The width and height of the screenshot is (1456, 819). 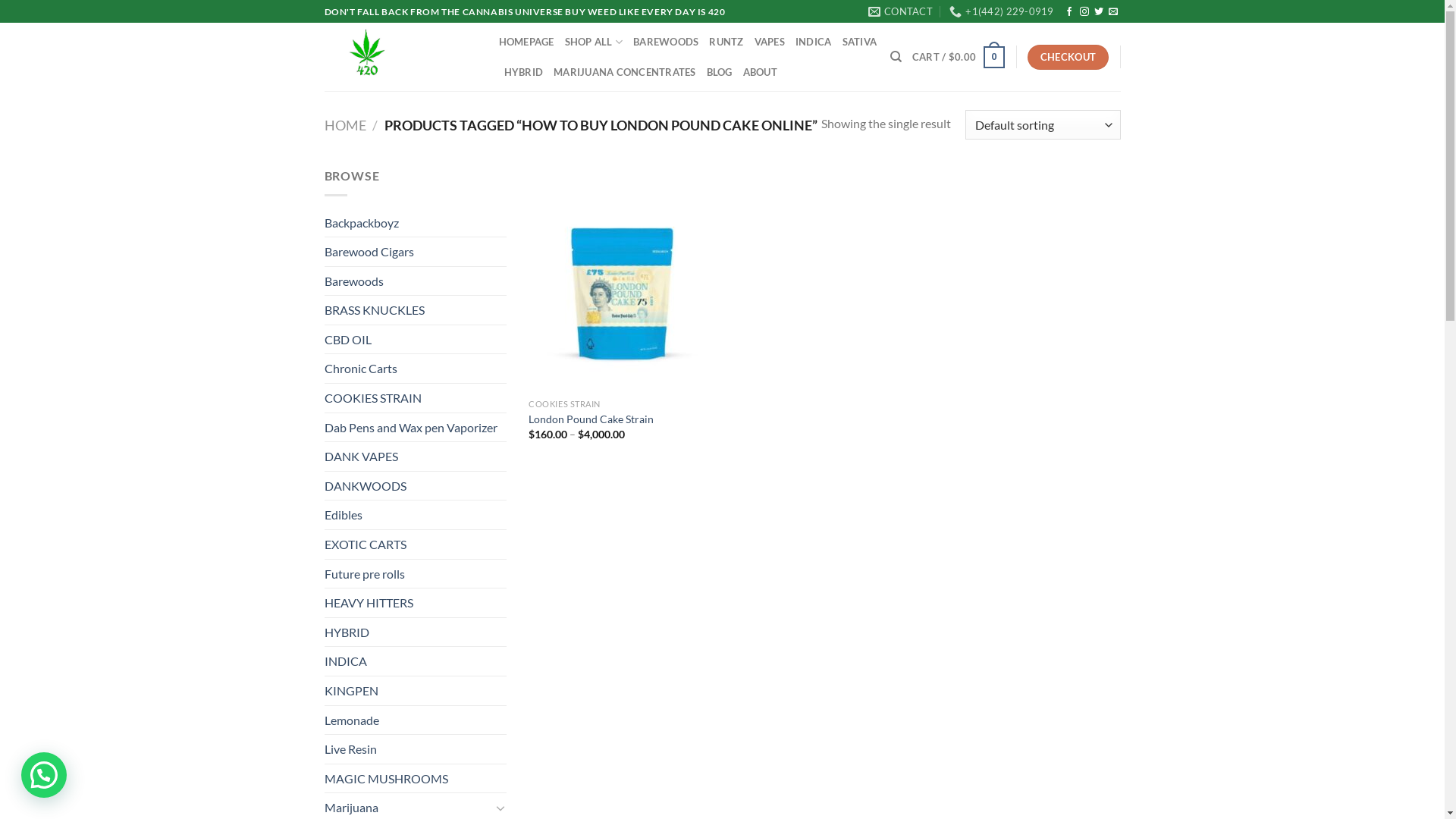 I want to click on 'HOME', so click(x=344, y=124).